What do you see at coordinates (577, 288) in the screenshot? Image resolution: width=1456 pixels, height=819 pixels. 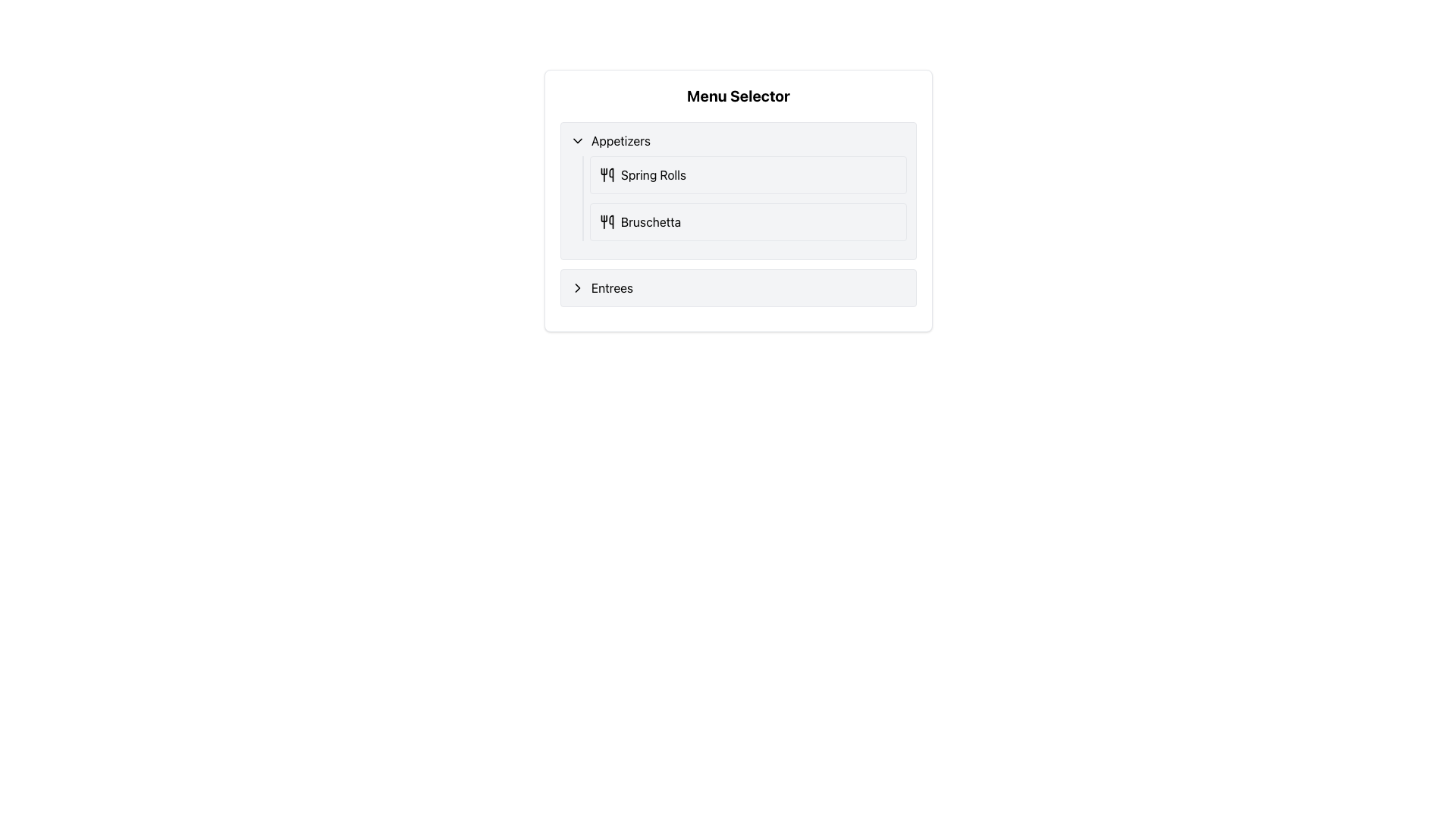 I see `the right-pointing chevron icon with a thin black stroke located to the left of the text 'Entrees' in the menu interface` at bounding box center [577, 288].